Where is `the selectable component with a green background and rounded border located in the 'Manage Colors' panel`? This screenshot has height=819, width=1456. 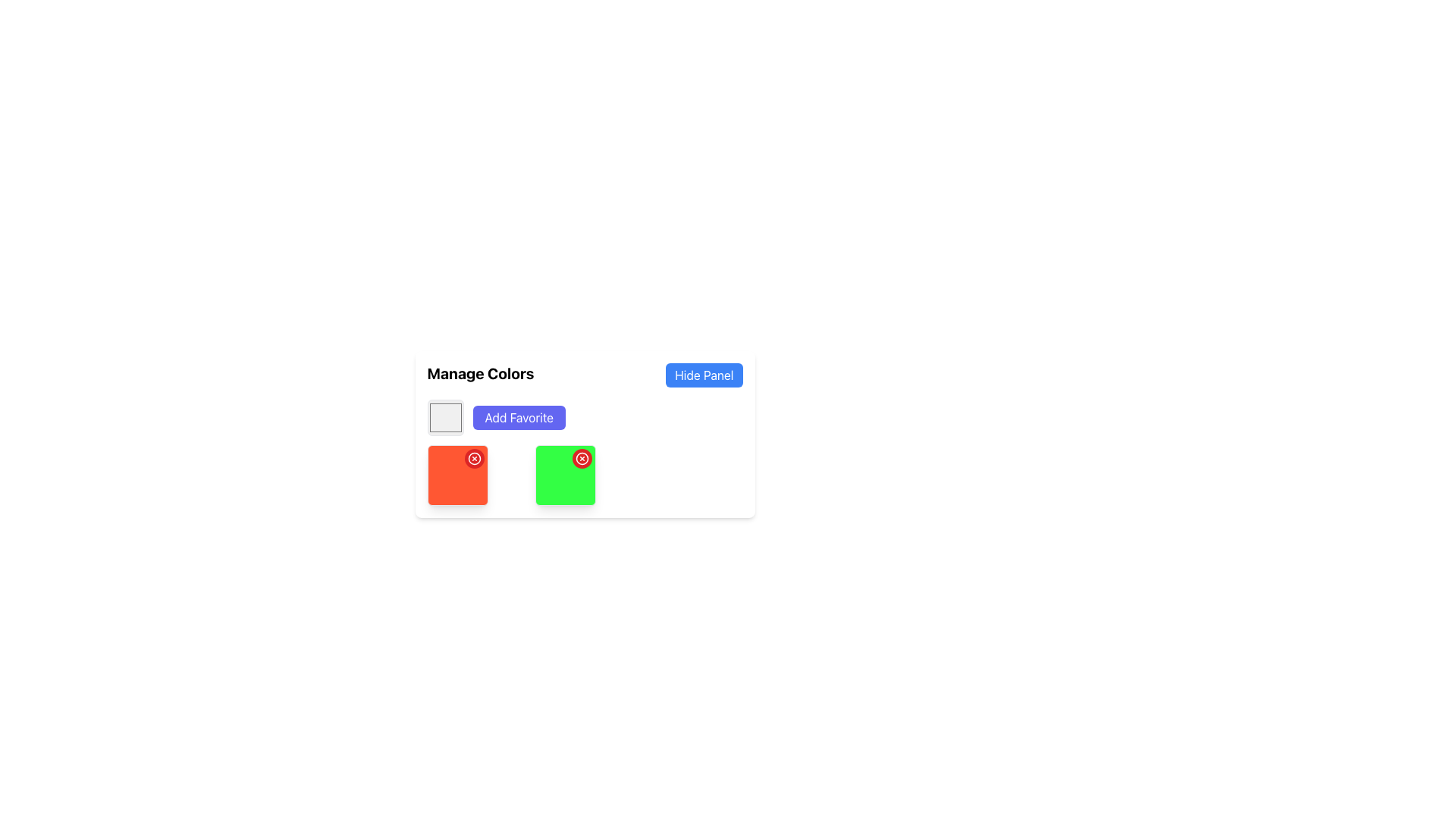
the selectable component with a green background and rounded border located in the 'Manage Colors' panel is located at coordinates (565, 475).